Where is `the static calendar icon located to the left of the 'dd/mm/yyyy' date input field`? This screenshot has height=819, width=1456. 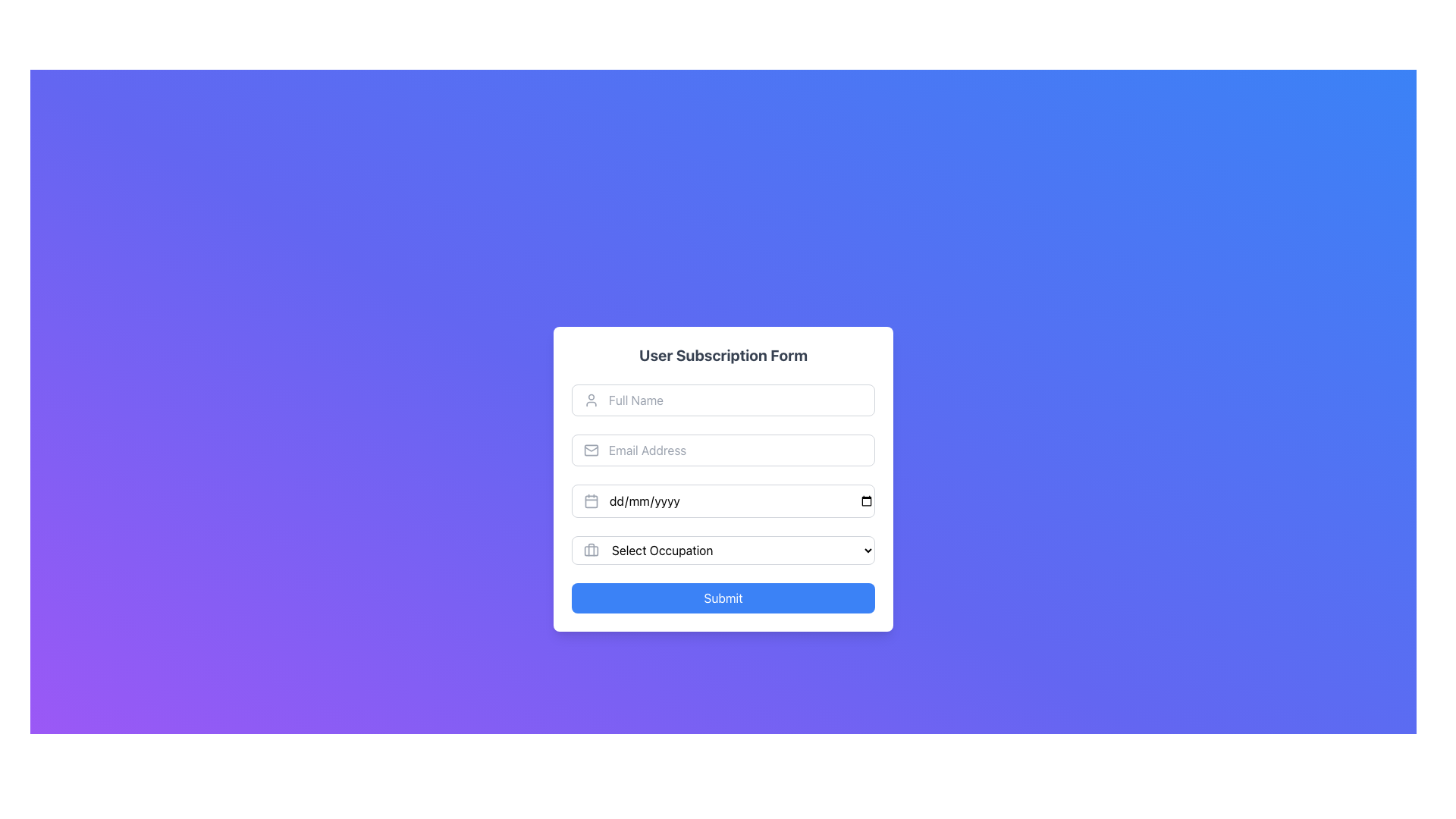 the static calendar icon located to the left of the 'dd/mm/yyyy' date input field is located at coordinates (590, 500).